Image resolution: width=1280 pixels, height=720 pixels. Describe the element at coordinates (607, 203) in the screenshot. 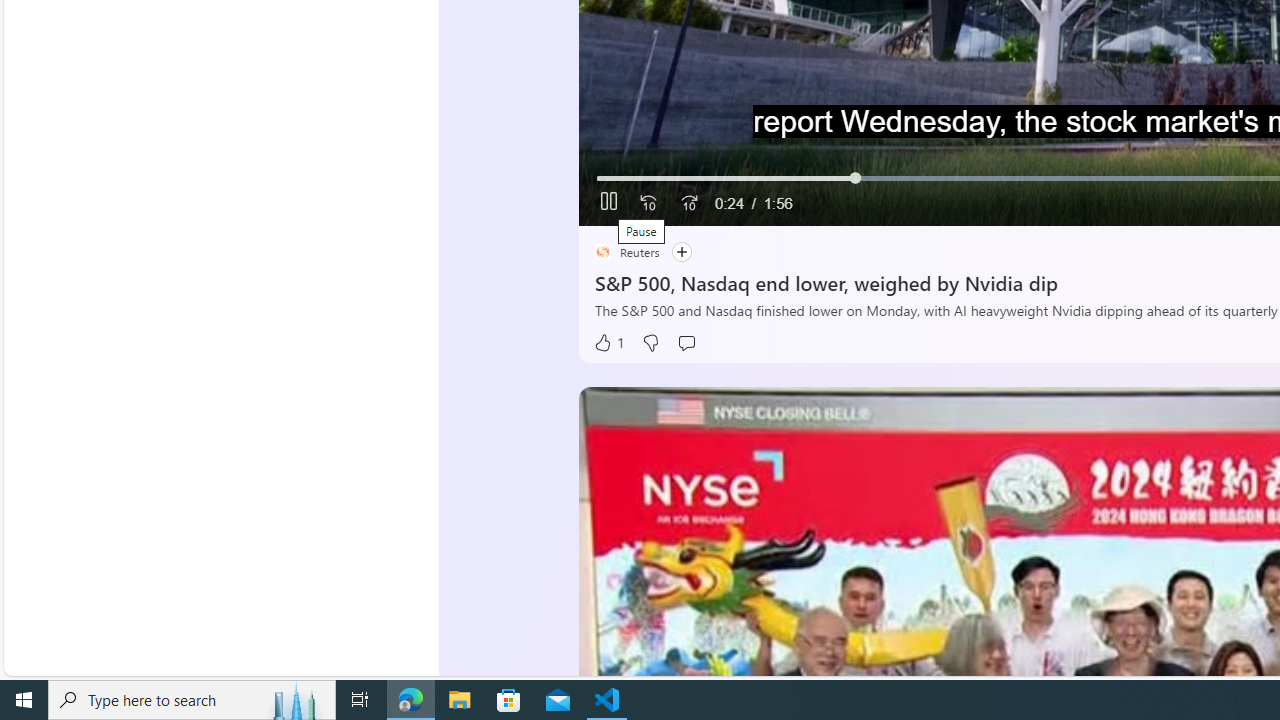

I see `'Pause'` at that location.